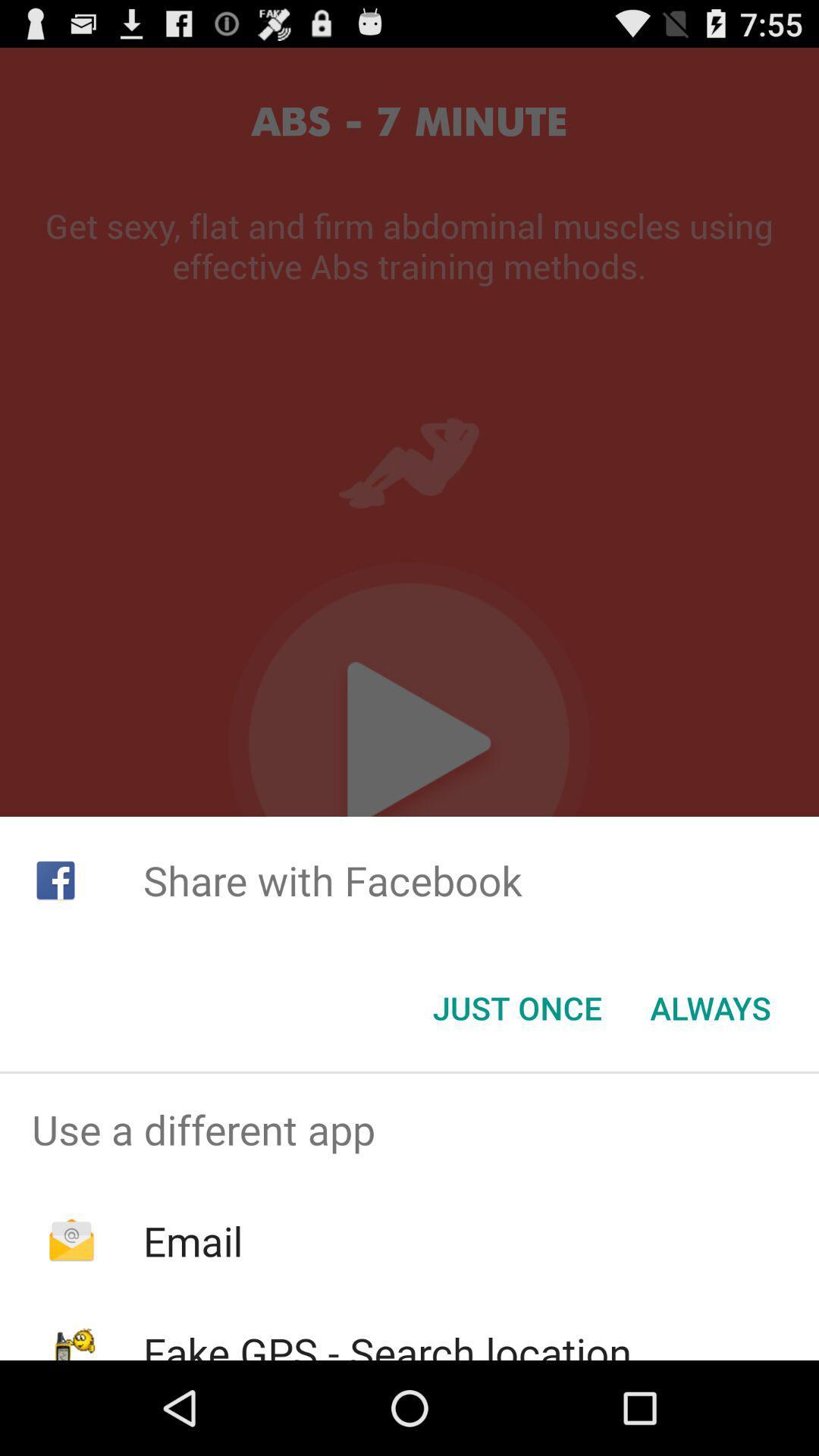 The width and height of the screenshot is (819, 1456). What do you see at coordinates (711, 1008) in the screenshot?
I see `always at the bottom right corner` at bounding box center [711, 1008].